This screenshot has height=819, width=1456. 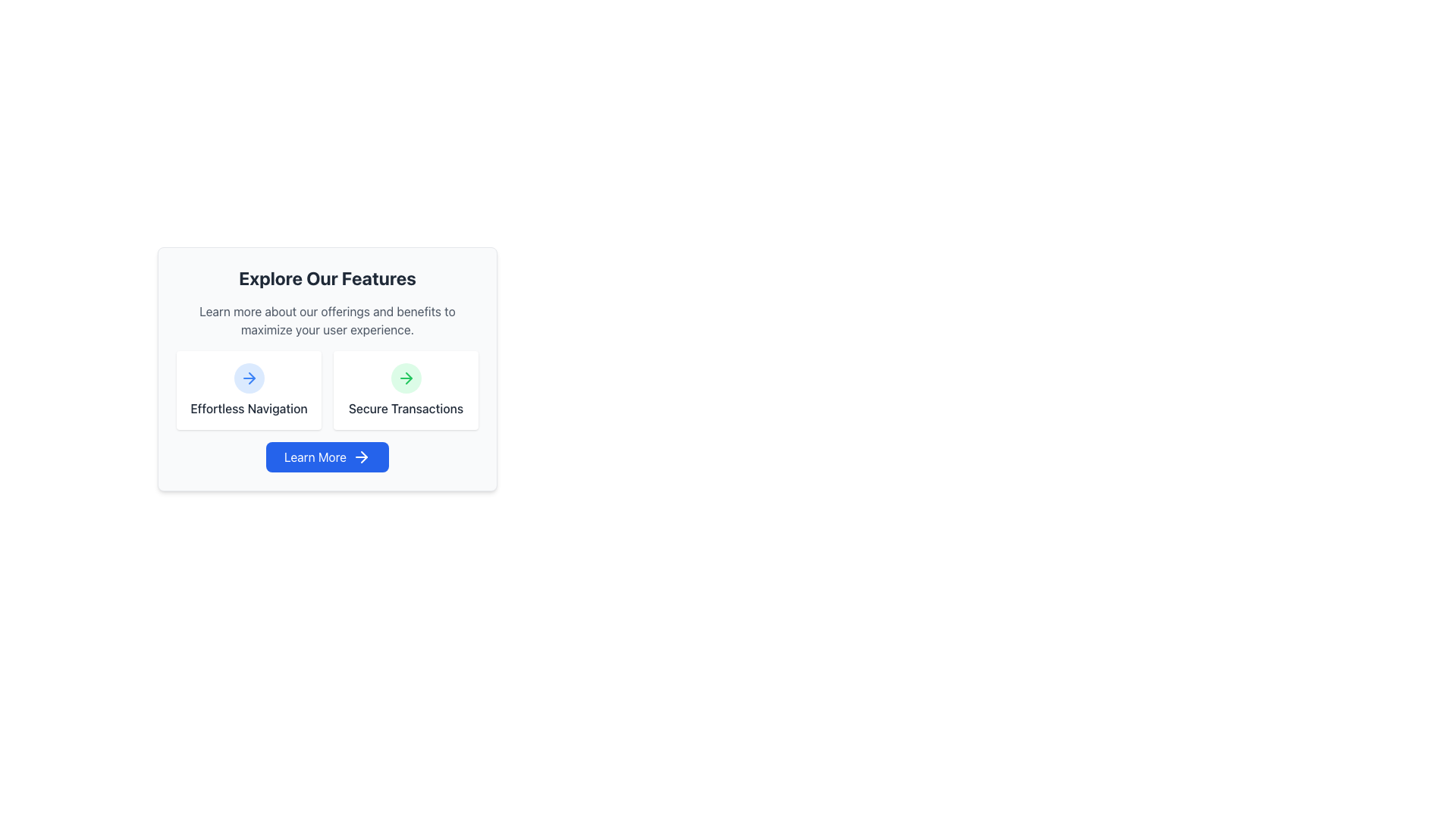 I want to click on the Text header element that introduces the card's content, positioned at the top of the section above the description and feature cards, so click(x=327, y=278).